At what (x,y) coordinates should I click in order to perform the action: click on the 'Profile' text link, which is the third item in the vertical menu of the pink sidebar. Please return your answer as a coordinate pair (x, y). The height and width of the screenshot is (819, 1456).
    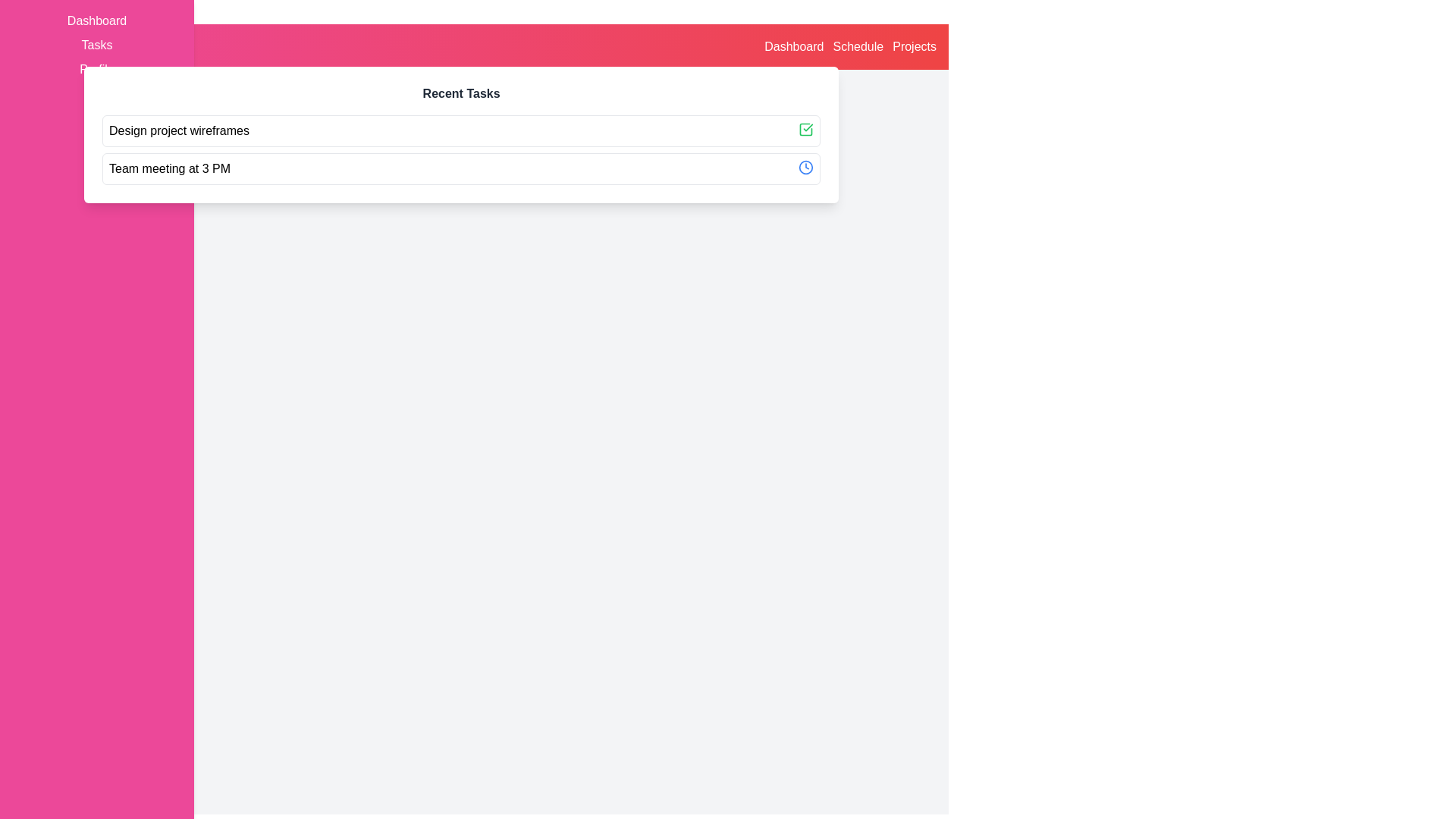
    Looking at the image, I should click on (96, 70).